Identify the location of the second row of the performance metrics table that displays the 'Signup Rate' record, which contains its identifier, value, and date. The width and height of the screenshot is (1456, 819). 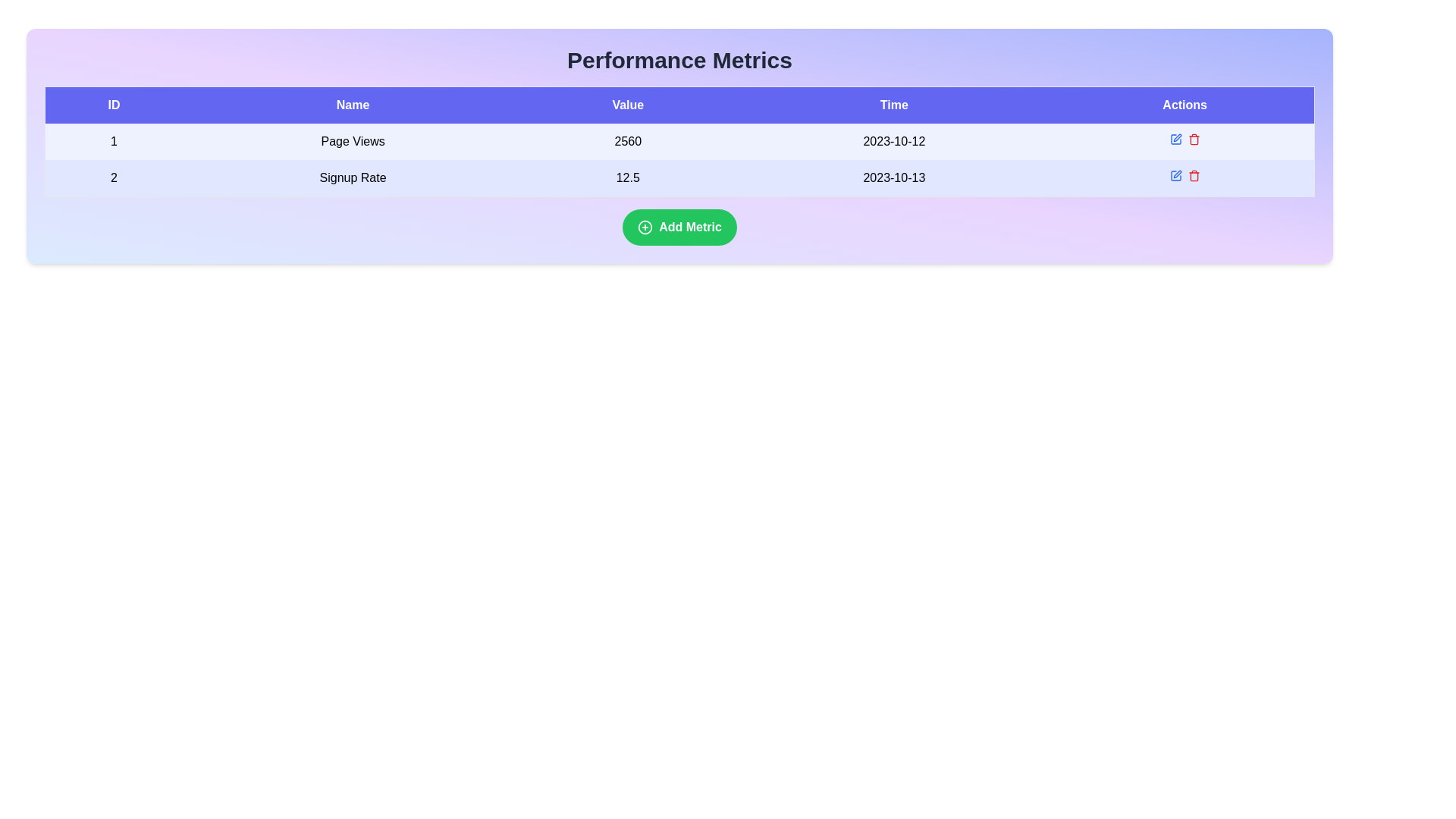
(679, 177).